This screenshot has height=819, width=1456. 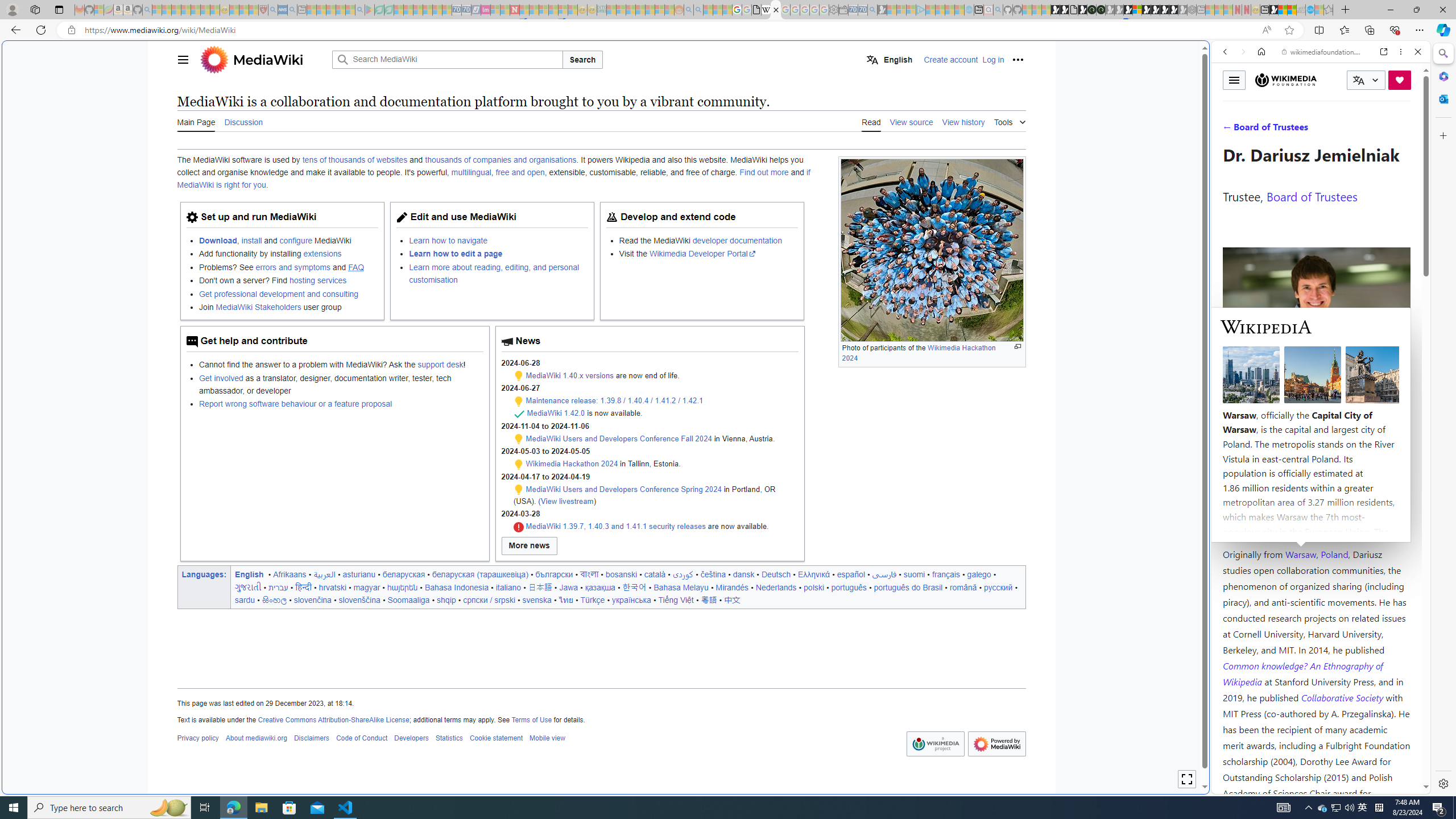 I want to click on 'Wallet - Sleeping', so click(x=843, y=9).